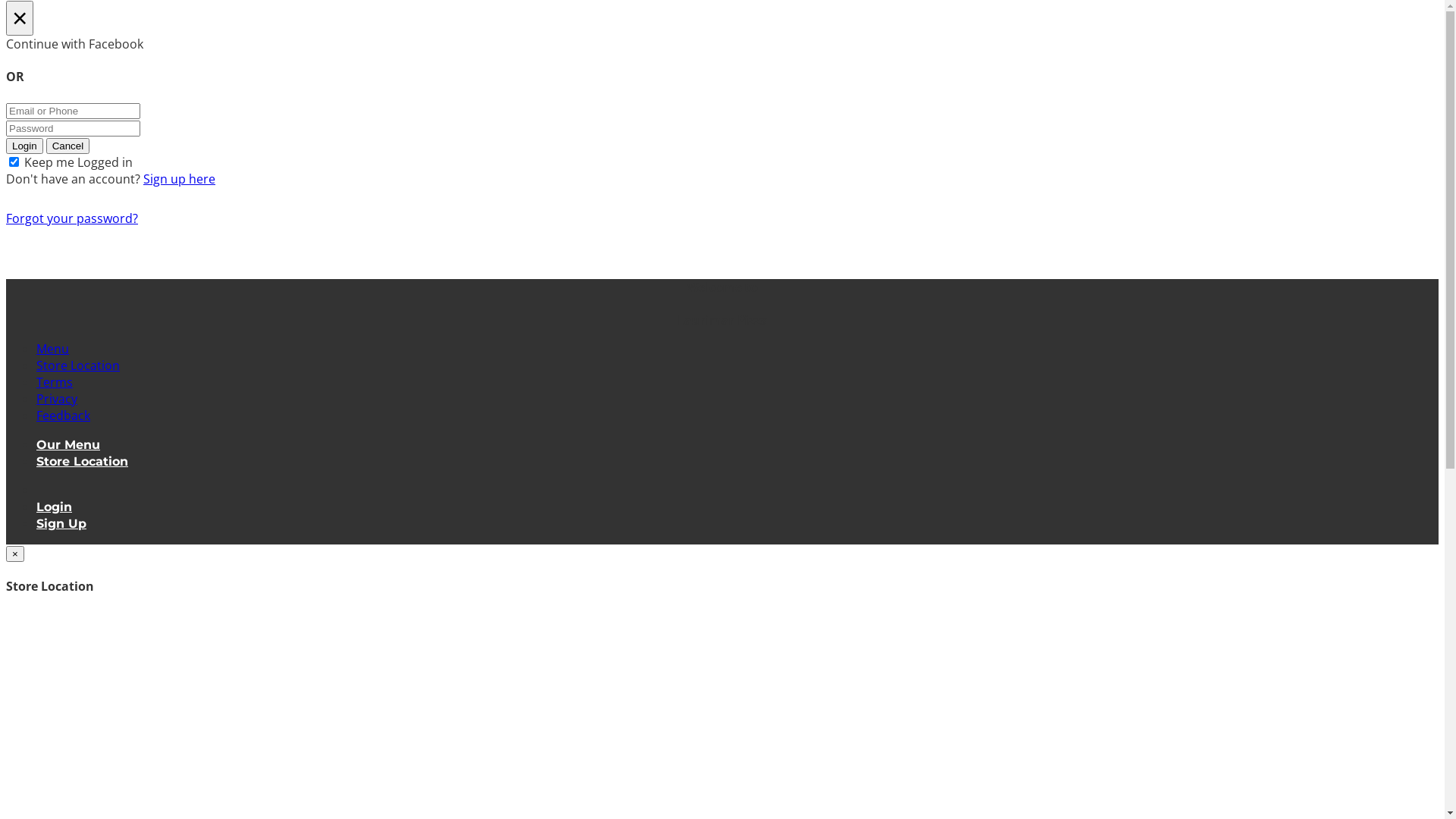 This screenshot has width=1456, height=819. Describe the element at coordinates (6, 218) in the screenshot. I see `'Forgot your password?'` at that location.